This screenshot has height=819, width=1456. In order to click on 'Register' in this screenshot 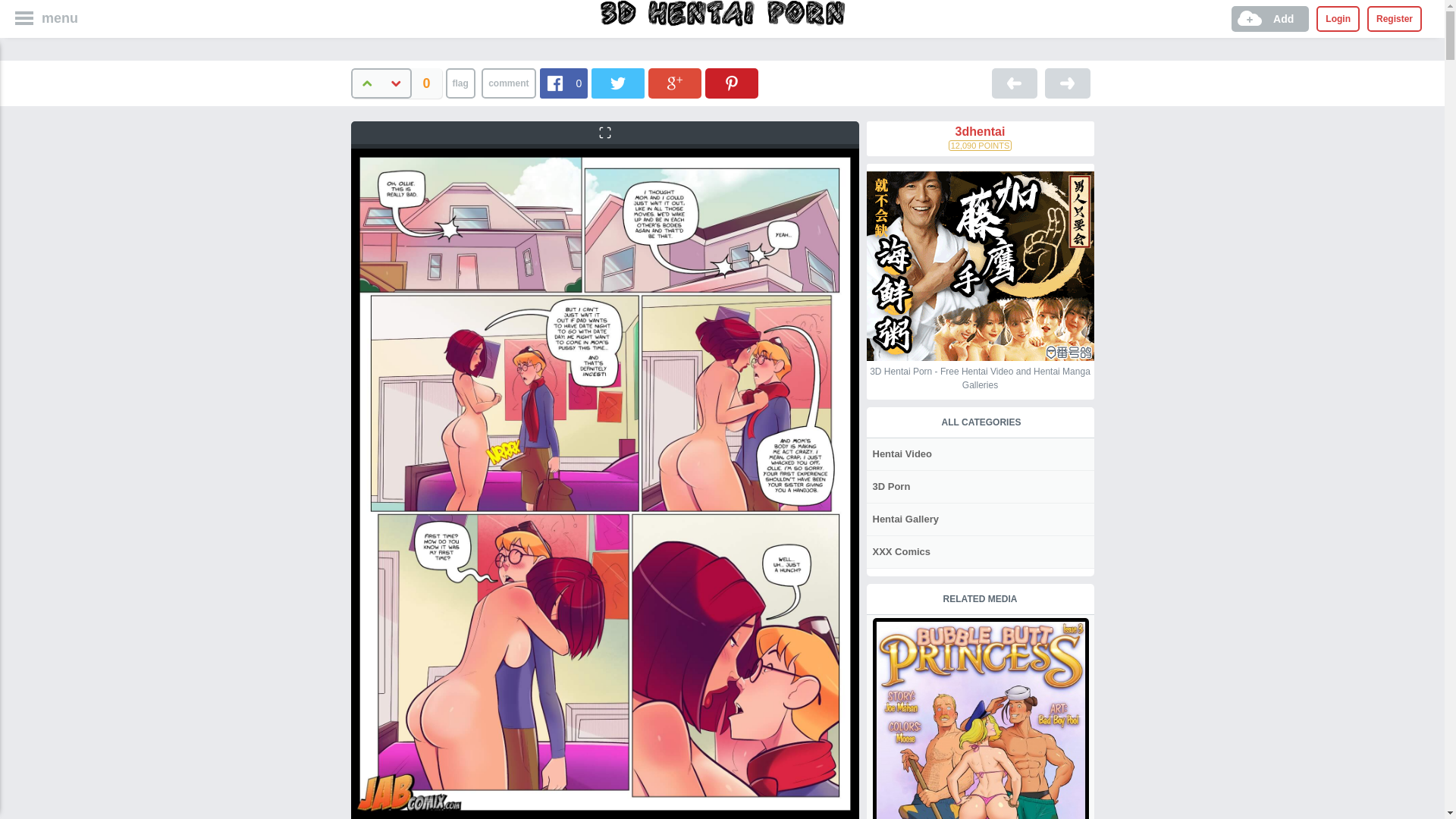, I will do `click(1367, 18)`.